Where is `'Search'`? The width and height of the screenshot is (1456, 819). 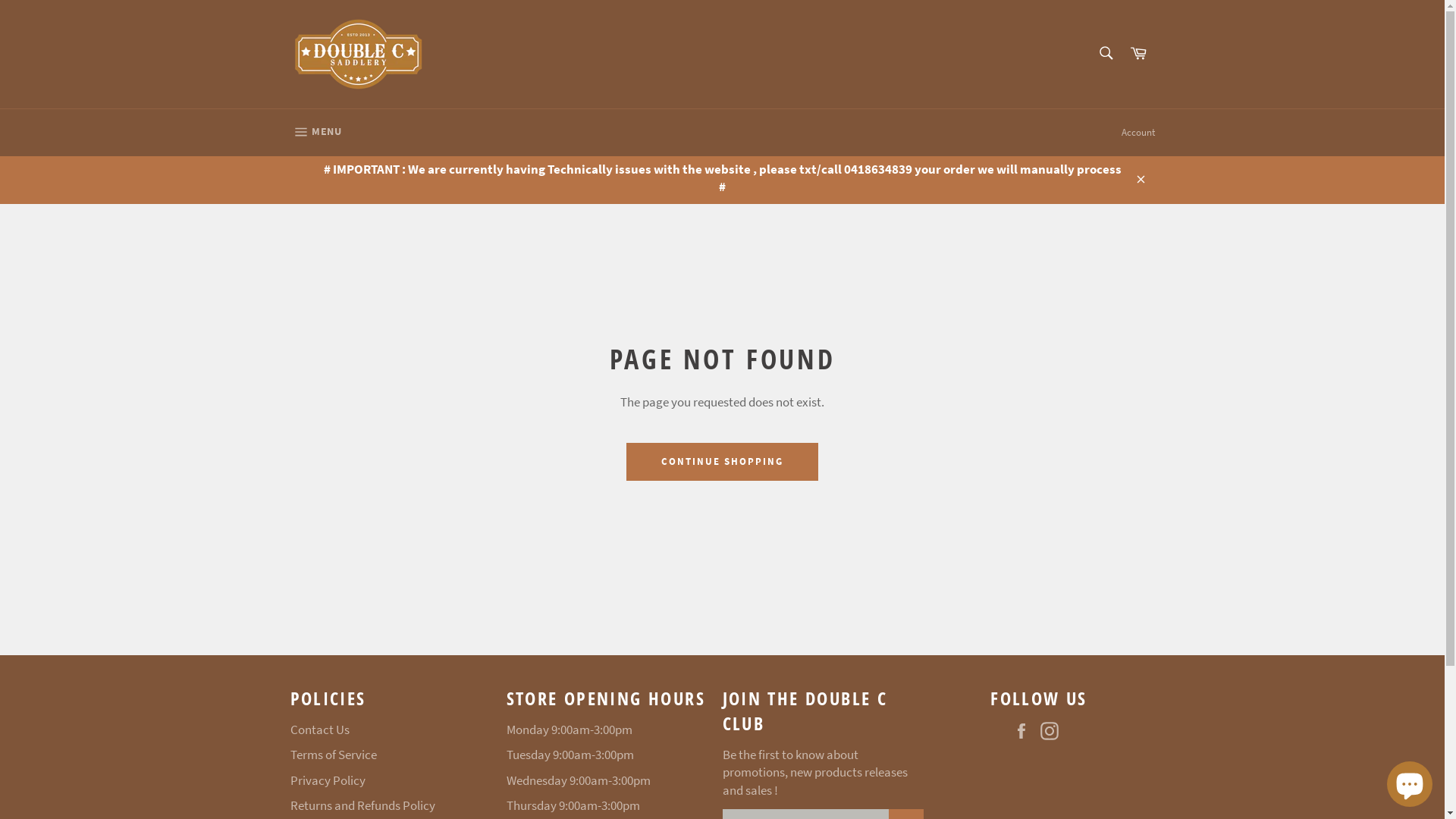 'Search' is located at coordinates (1087, 52).